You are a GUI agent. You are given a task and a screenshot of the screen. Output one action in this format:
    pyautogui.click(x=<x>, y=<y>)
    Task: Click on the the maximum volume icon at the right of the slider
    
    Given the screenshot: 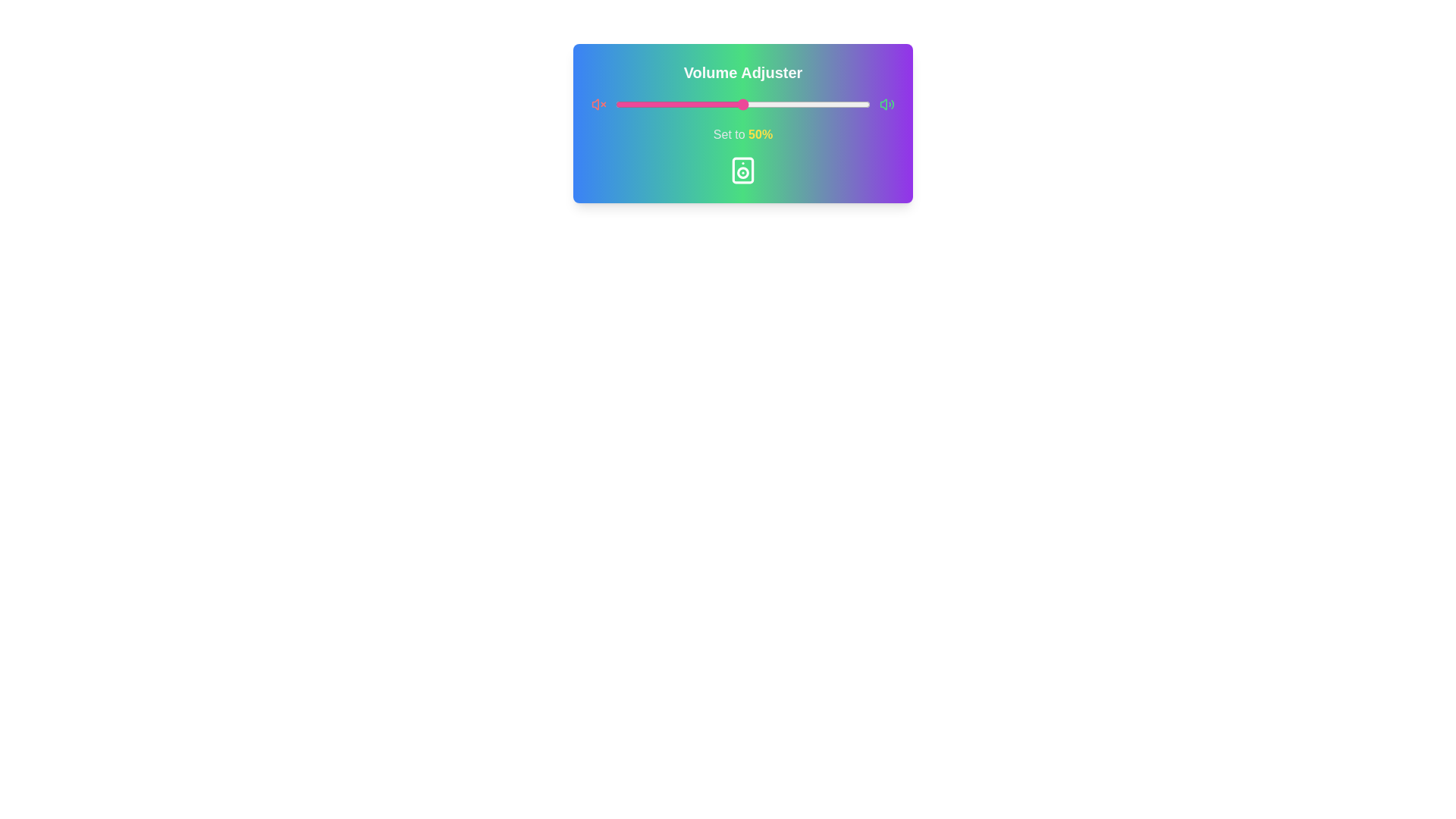 What is the action you would take?
    pyautogui.click(x=886, y=104)
    